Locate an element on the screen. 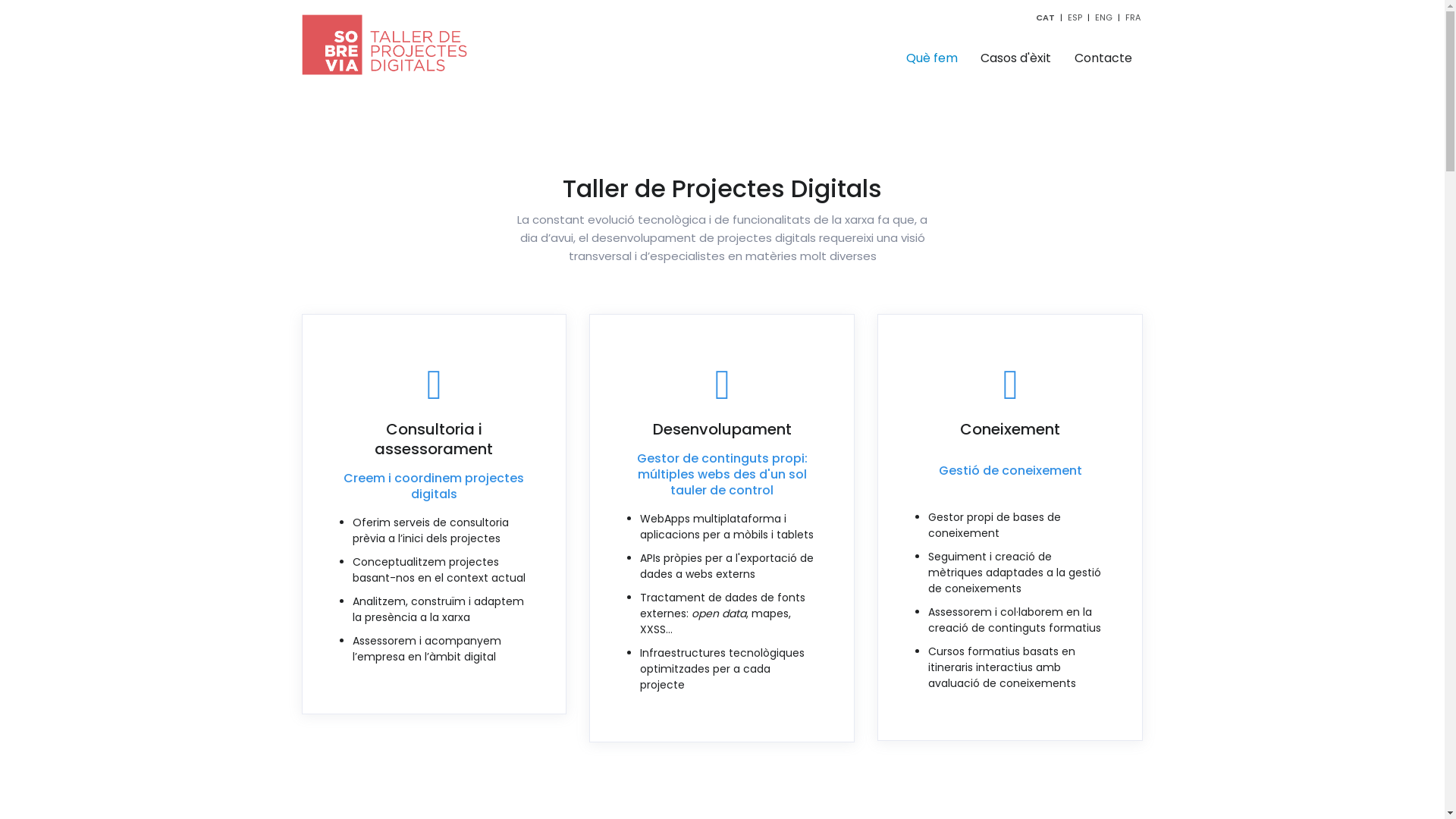  'ENG' is located at coordinates (1103, 17).